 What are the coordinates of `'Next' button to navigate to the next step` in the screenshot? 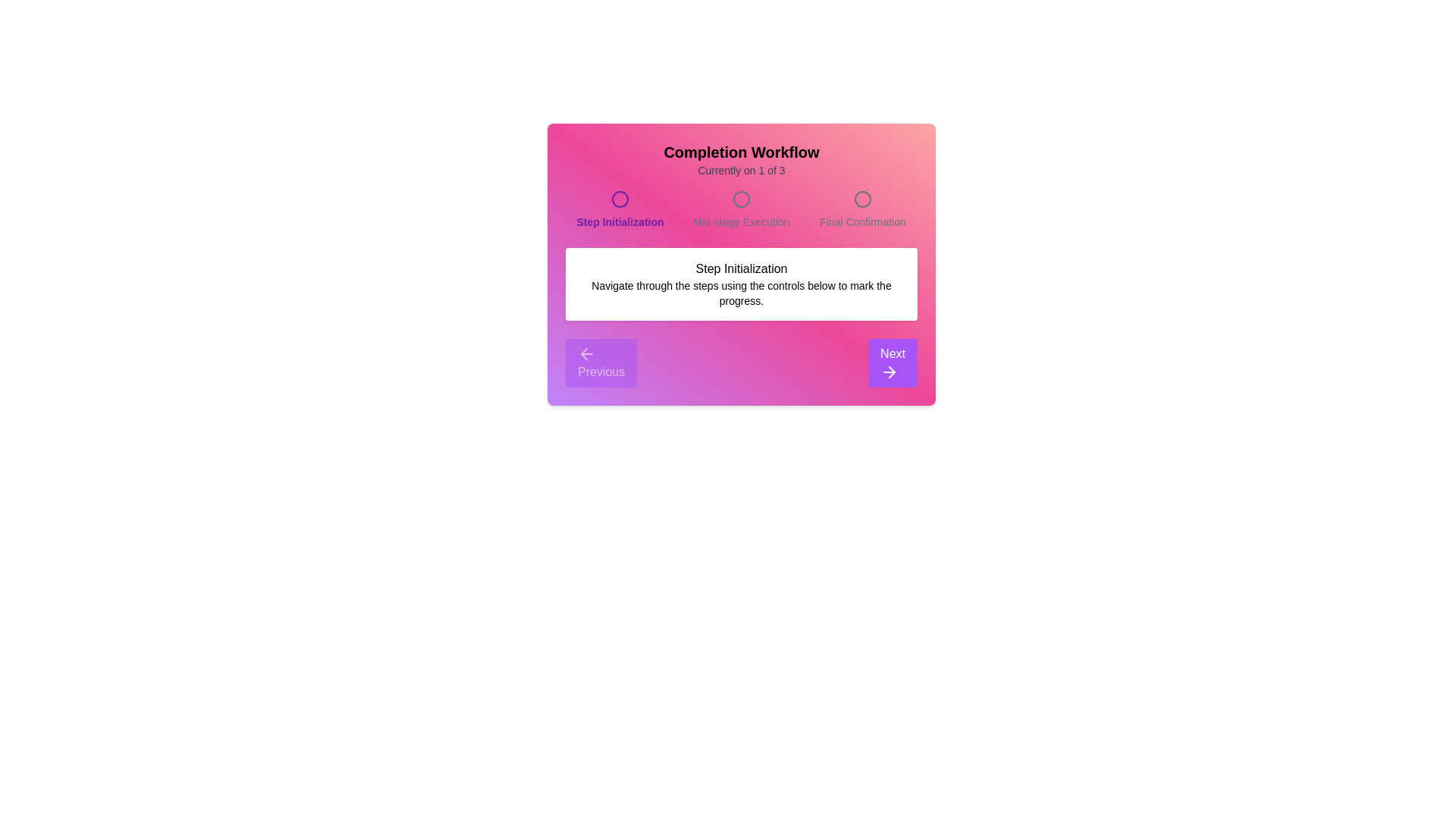 It's located at (893, 362).